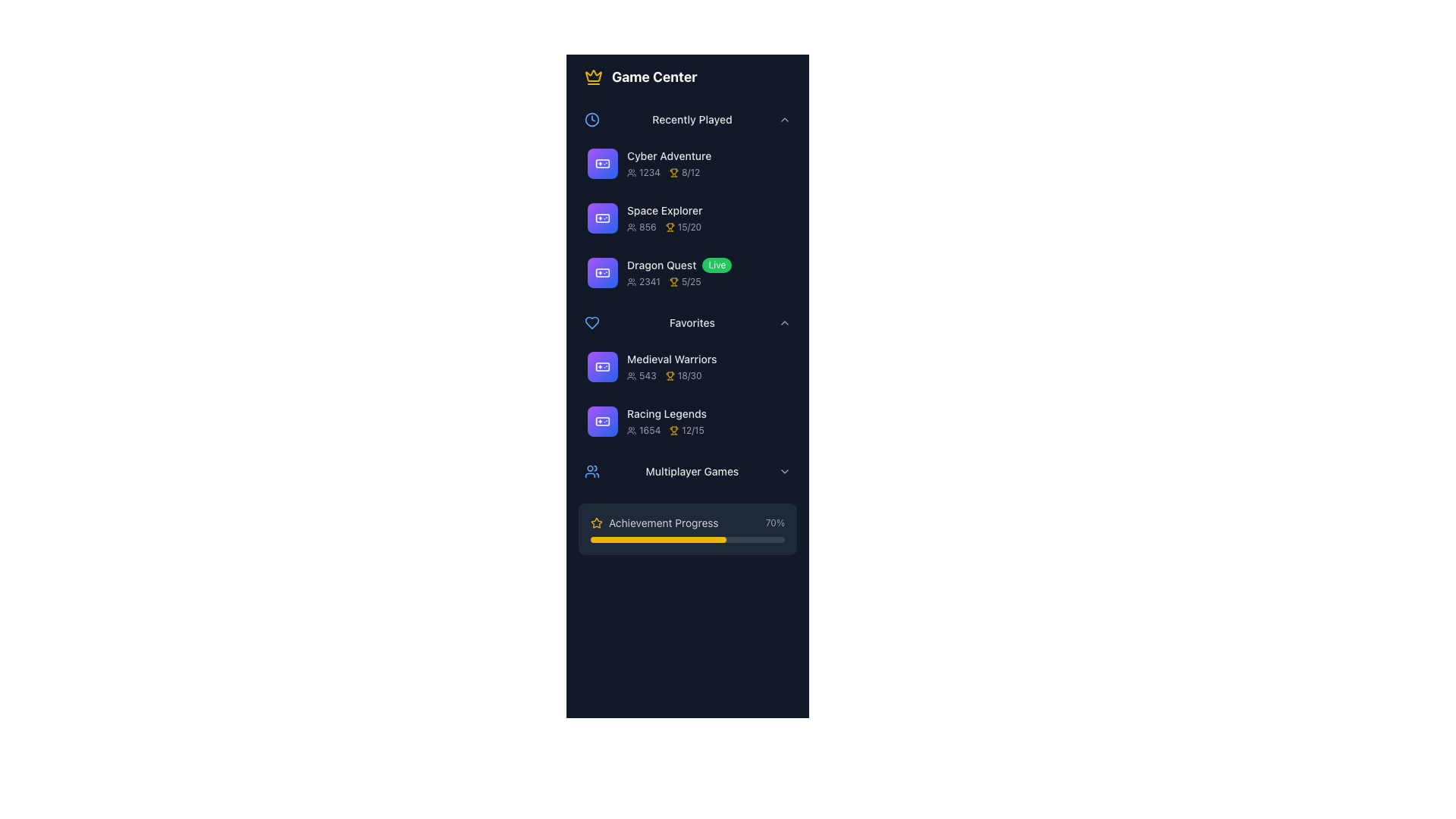  I want to click on the list item labeled 'Medieval Warriors', so click(706, 366).